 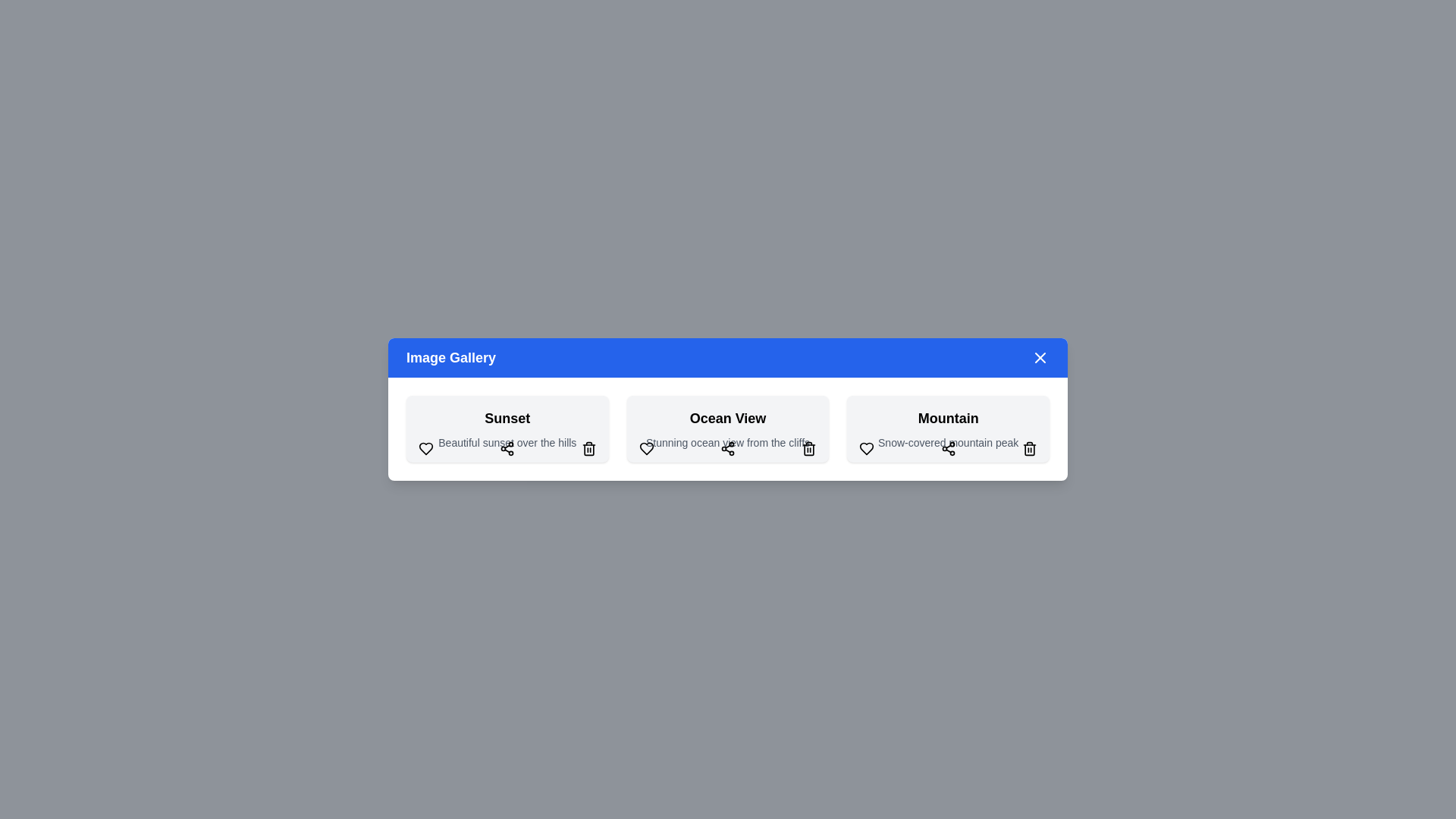 I want to click on the trash button for the image titled Sunset, so click(x=588, y=447).